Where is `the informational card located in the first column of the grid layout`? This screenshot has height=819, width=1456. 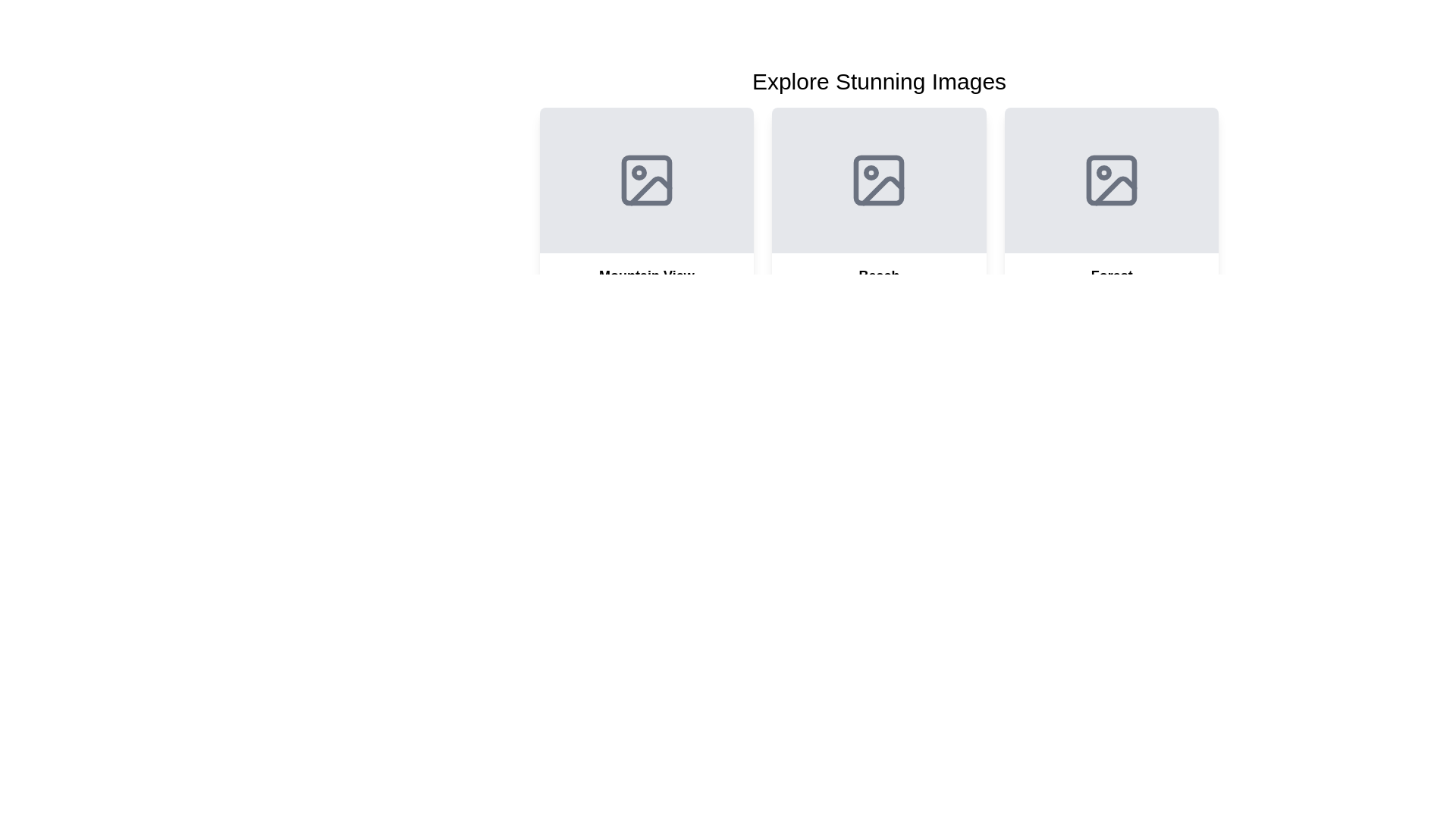
the informational card located in the first column of the grid layout is located at coordinates (646, 298).